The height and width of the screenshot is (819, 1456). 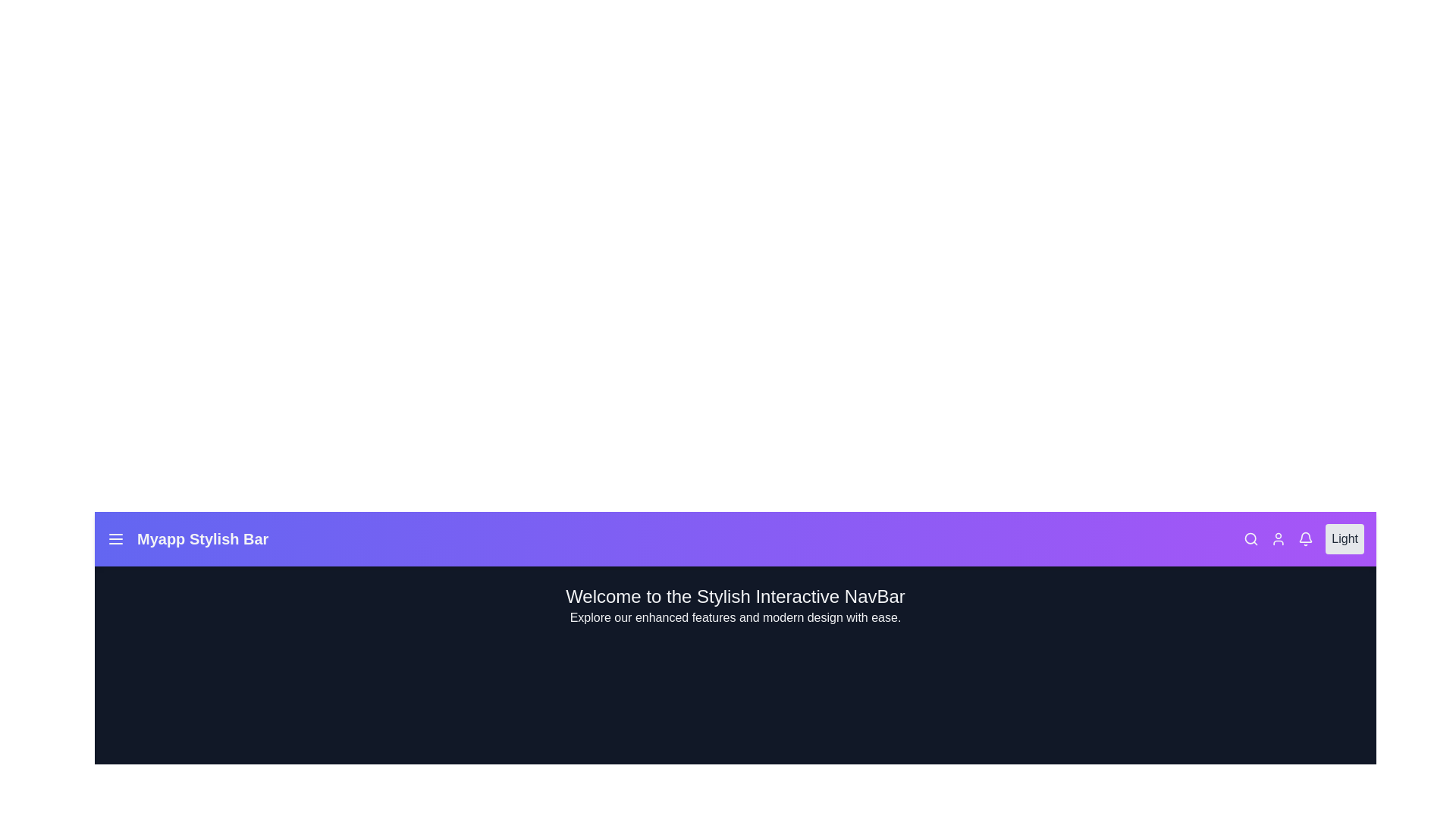 What do you see at coordinates (1305, 538) in the screenshot?
I see `the bell icon to view notifications` at bounding box center [1305, 538].